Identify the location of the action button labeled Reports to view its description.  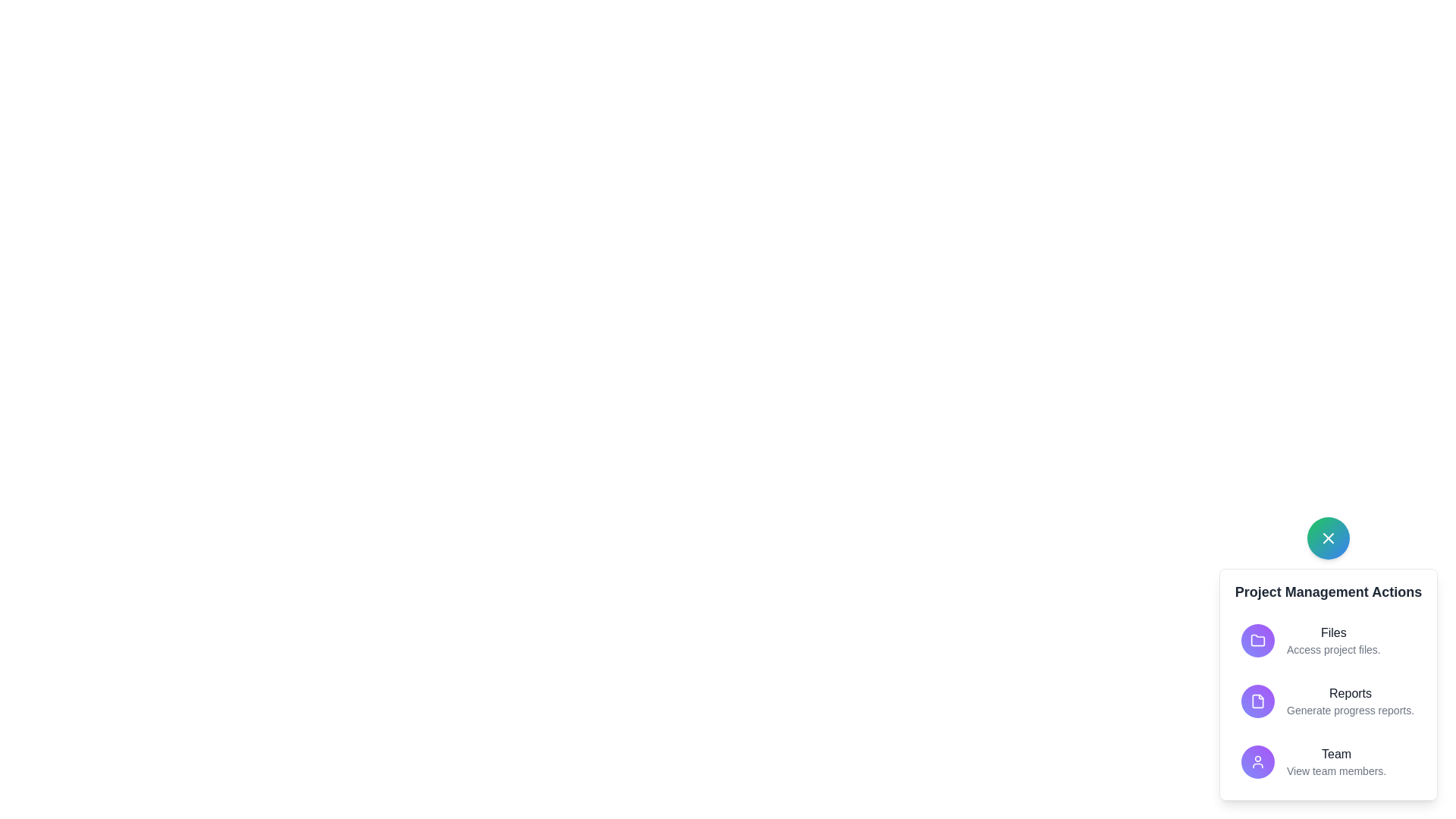
(1258, 701).